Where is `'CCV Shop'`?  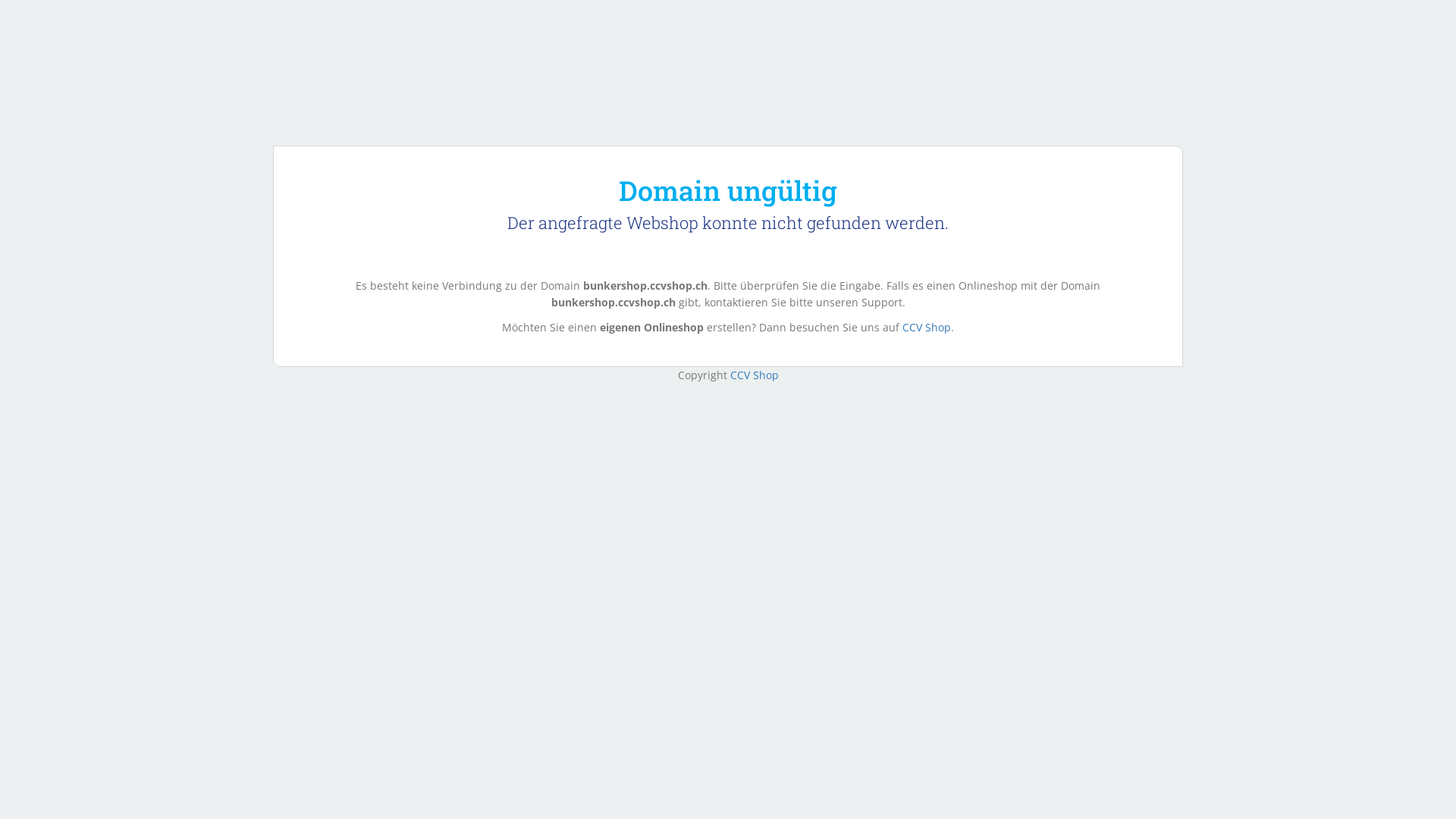 'CCV Shop' is located at coordinates (753, 375).